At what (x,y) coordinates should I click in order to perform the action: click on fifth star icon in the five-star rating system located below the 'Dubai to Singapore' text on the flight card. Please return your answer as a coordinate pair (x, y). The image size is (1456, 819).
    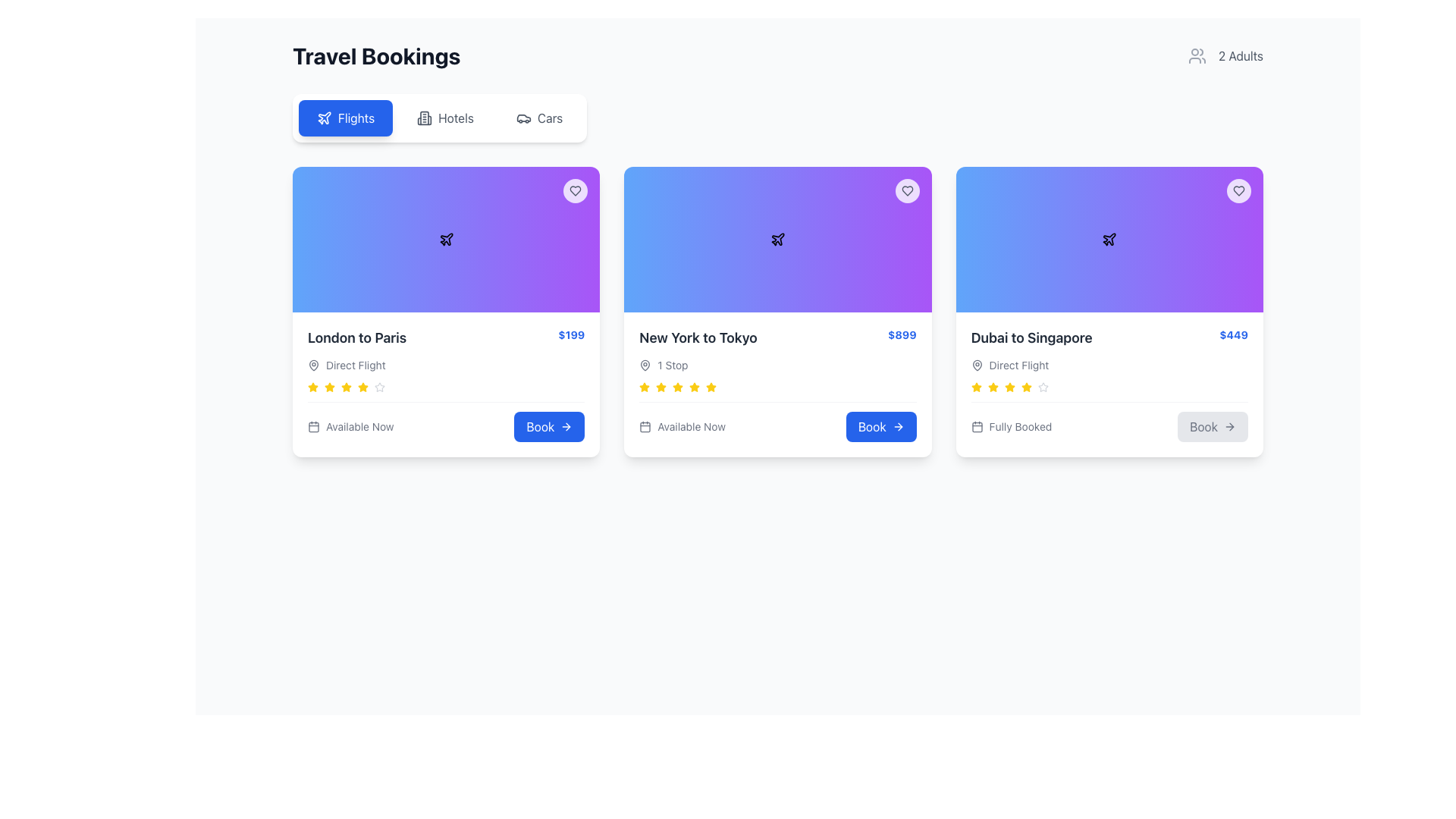
    Looking at the image, I should click on (1009, 386).